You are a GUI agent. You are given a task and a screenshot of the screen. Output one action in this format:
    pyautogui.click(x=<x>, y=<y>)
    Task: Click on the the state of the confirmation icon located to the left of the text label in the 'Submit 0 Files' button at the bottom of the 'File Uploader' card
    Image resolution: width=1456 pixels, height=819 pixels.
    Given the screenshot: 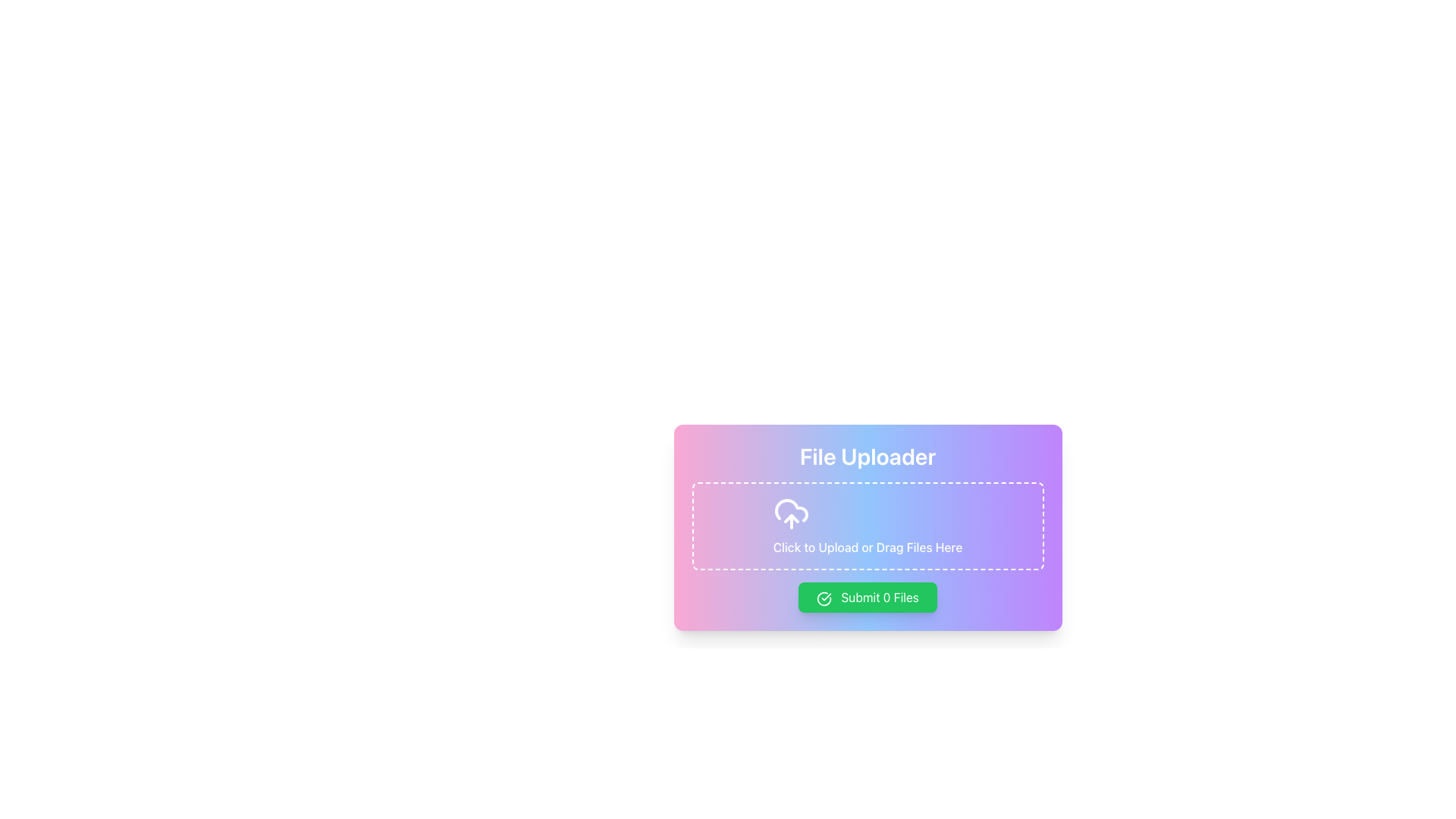 What is the action you would take?
    pyautogui.click(x=824, y=598)
    